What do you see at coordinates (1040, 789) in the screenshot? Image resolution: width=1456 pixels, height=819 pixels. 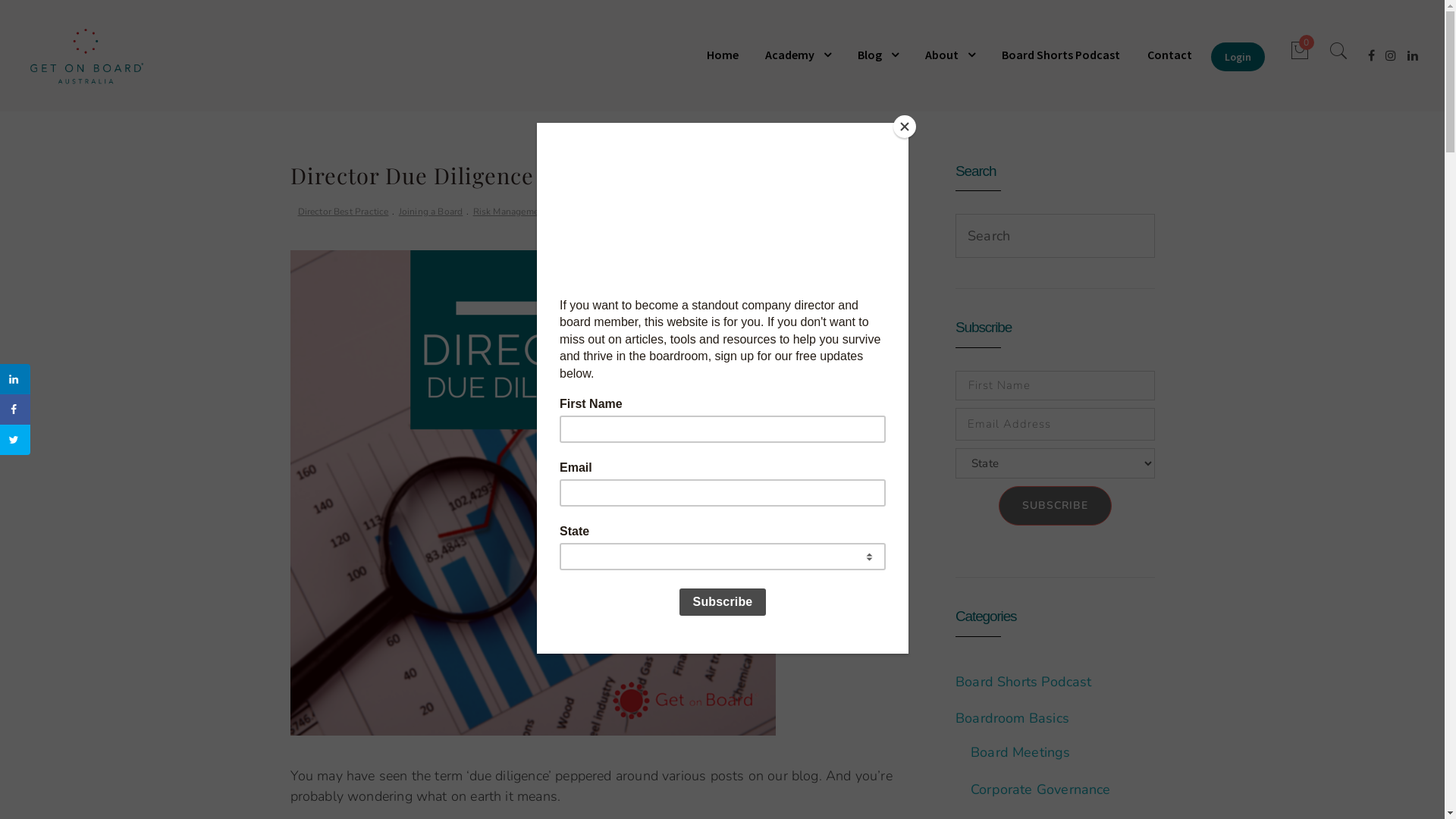 I see `'Corporate Governance'` at bounding box center [1040, 789].